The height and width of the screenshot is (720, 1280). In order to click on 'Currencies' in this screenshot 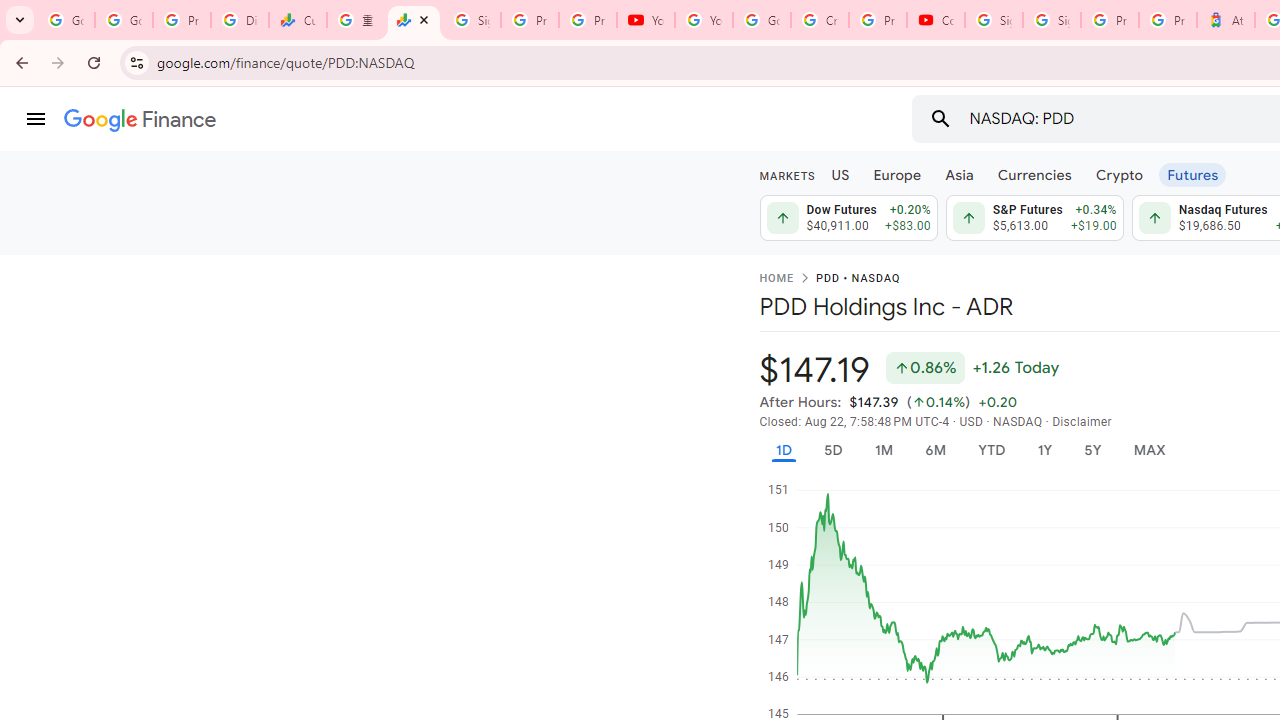, I will do `click(1034, 173)`.